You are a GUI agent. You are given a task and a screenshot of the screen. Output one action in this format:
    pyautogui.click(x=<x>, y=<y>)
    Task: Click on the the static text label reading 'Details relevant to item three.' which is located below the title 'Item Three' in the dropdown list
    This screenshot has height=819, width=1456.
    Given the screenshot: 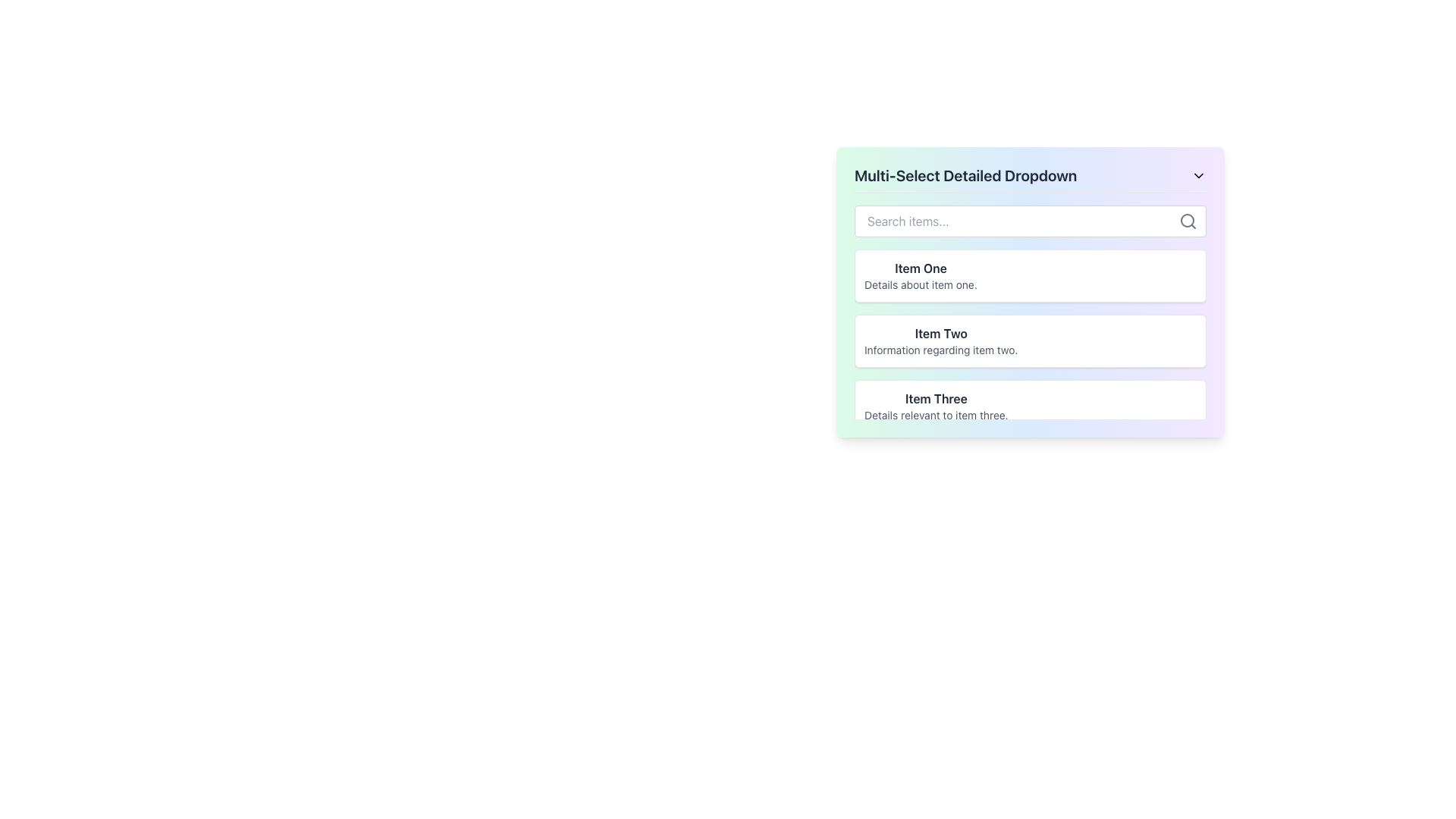 What is the action you would take?
    pyautogui.click(x=935, y=415)
    